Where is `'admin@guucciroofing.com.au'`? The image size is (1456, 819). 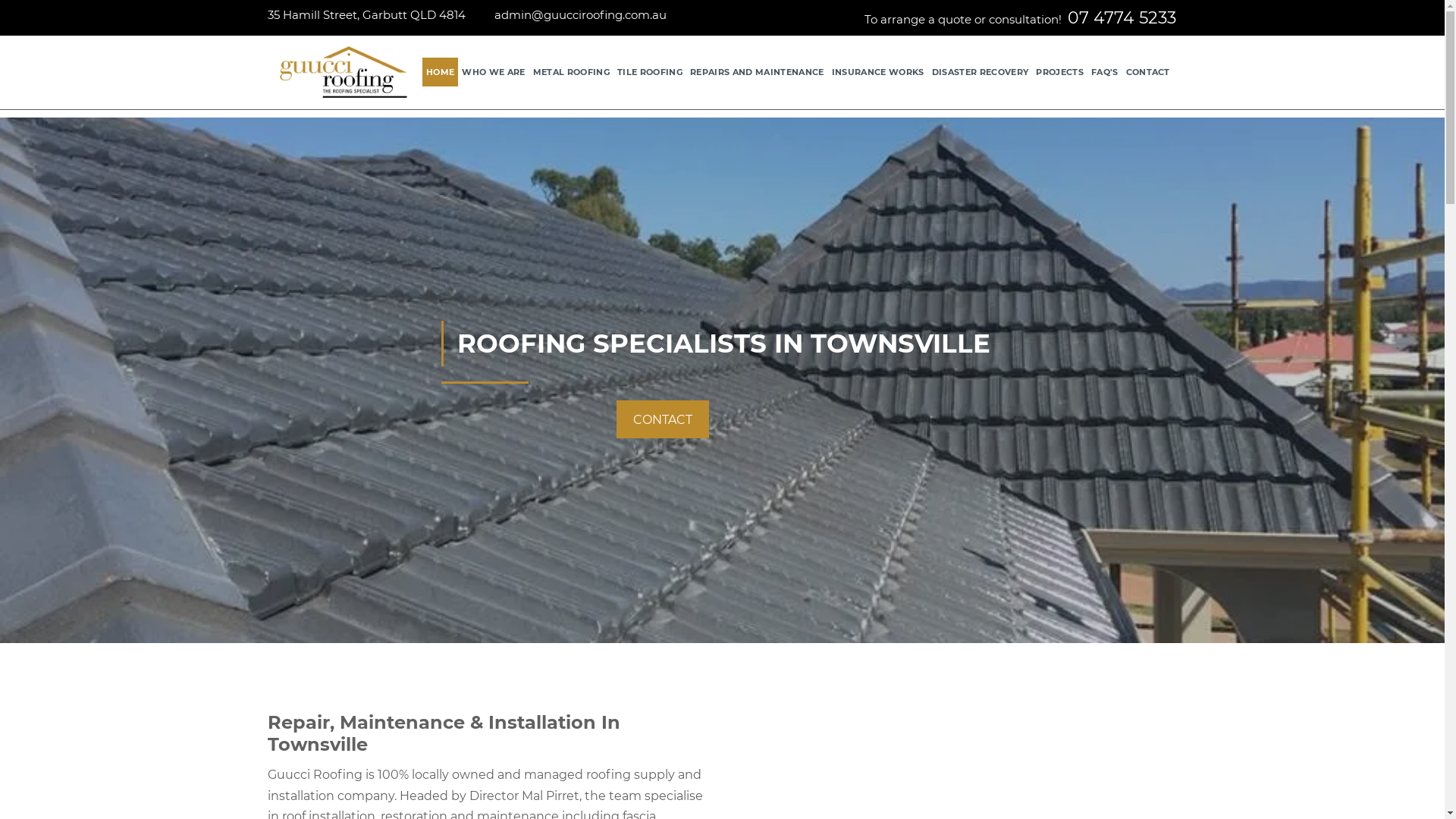
'admin@guucciroofing.com.au' is located at coordinates (579, 14).